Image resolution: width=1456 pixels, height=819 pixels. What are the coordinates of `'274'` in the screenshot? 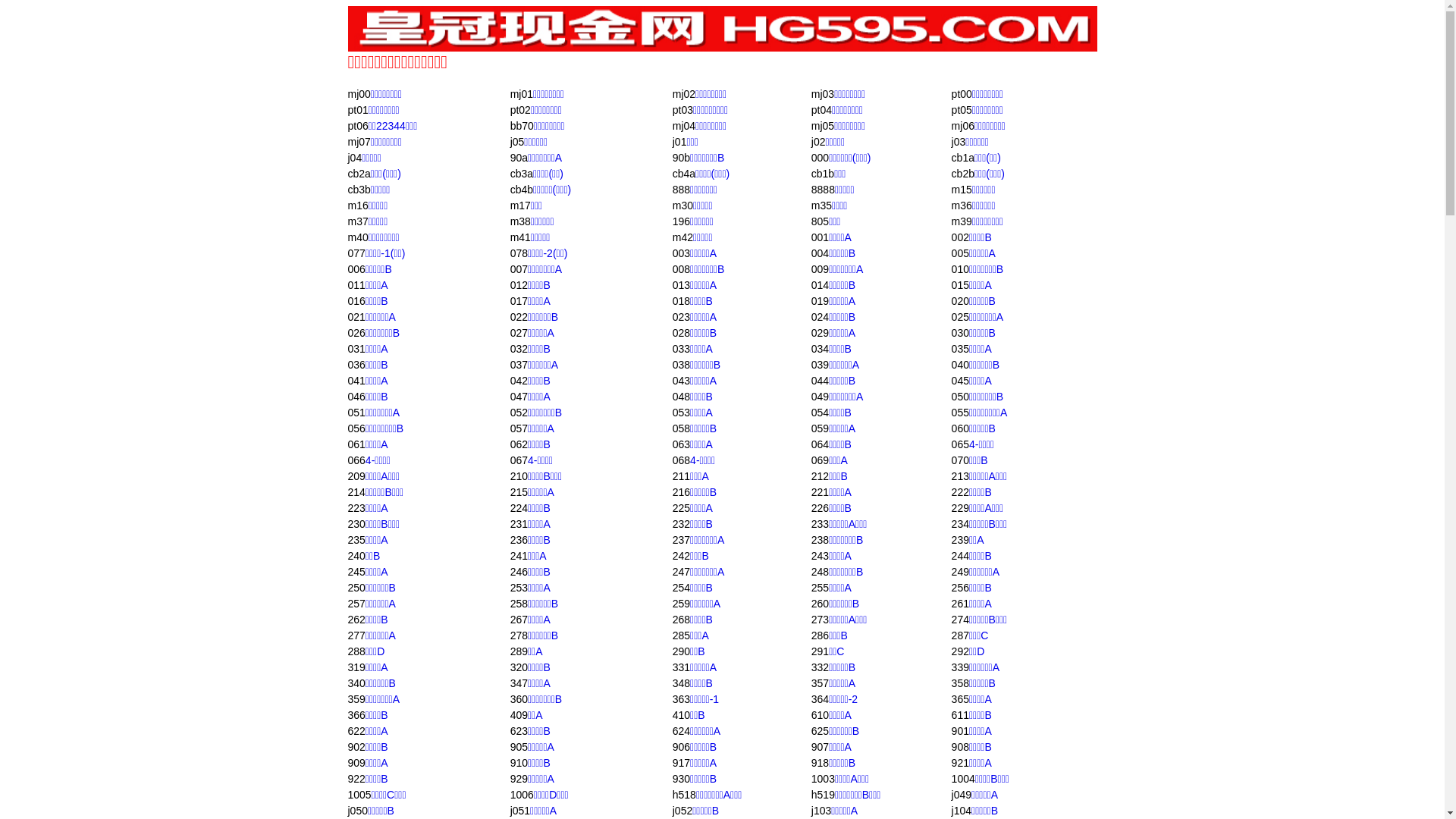 It's located at (950, 620).